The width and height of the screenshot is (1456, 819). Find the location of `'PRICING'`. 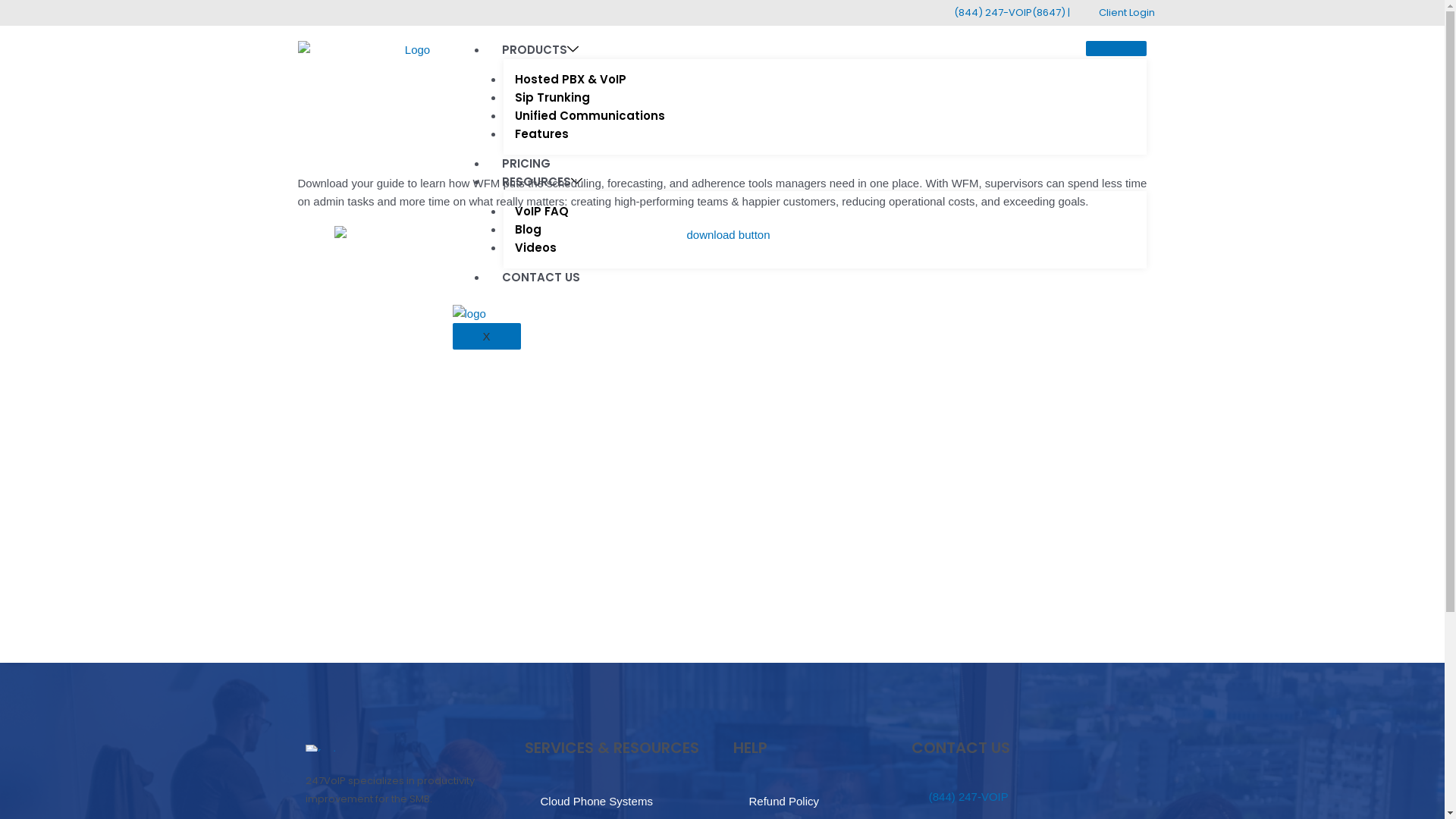

'PRICING' is located at coordinates (526, 163).